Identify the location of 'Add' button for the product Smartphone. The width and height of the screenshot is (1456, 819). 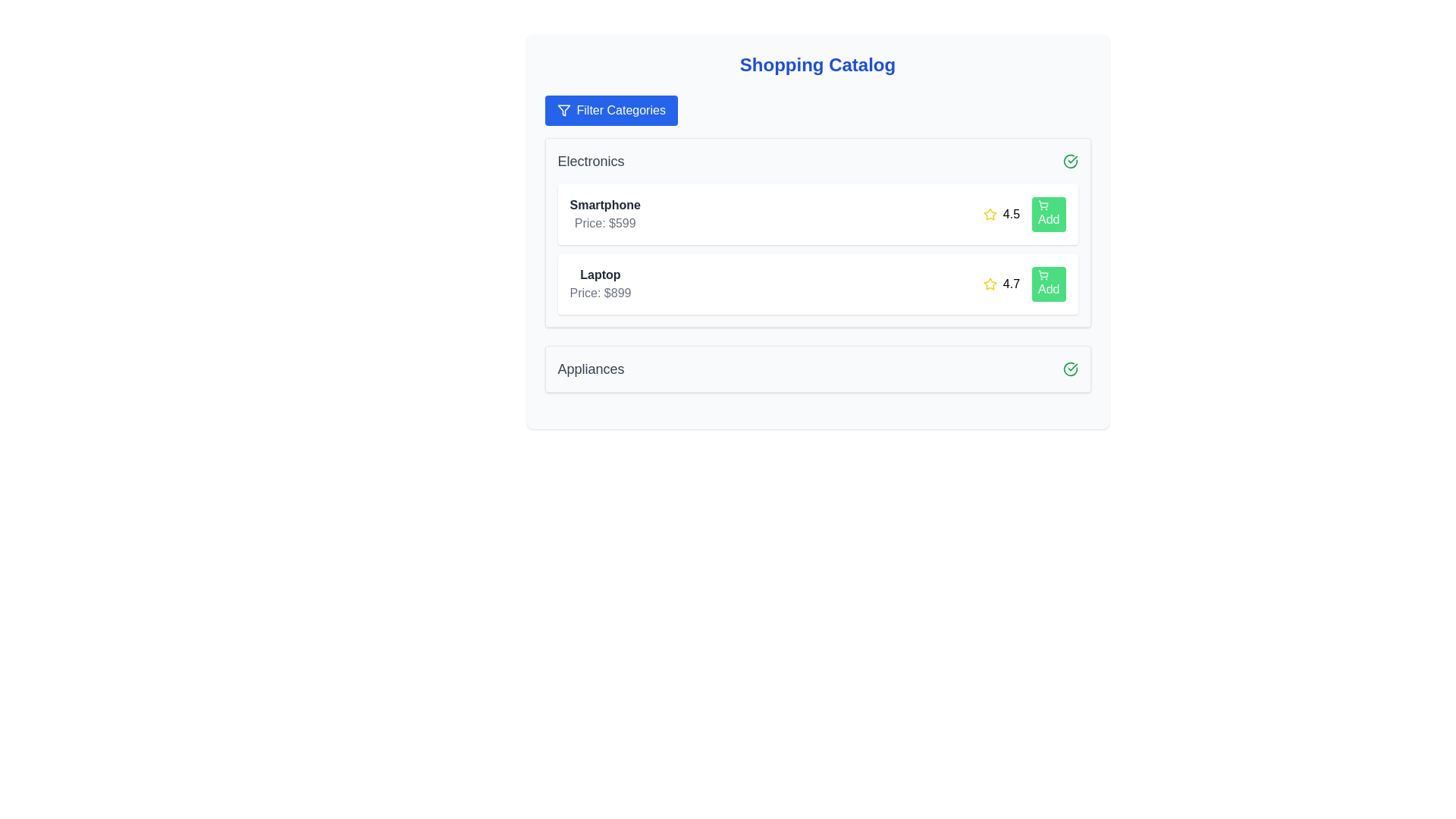
(1048, 214).